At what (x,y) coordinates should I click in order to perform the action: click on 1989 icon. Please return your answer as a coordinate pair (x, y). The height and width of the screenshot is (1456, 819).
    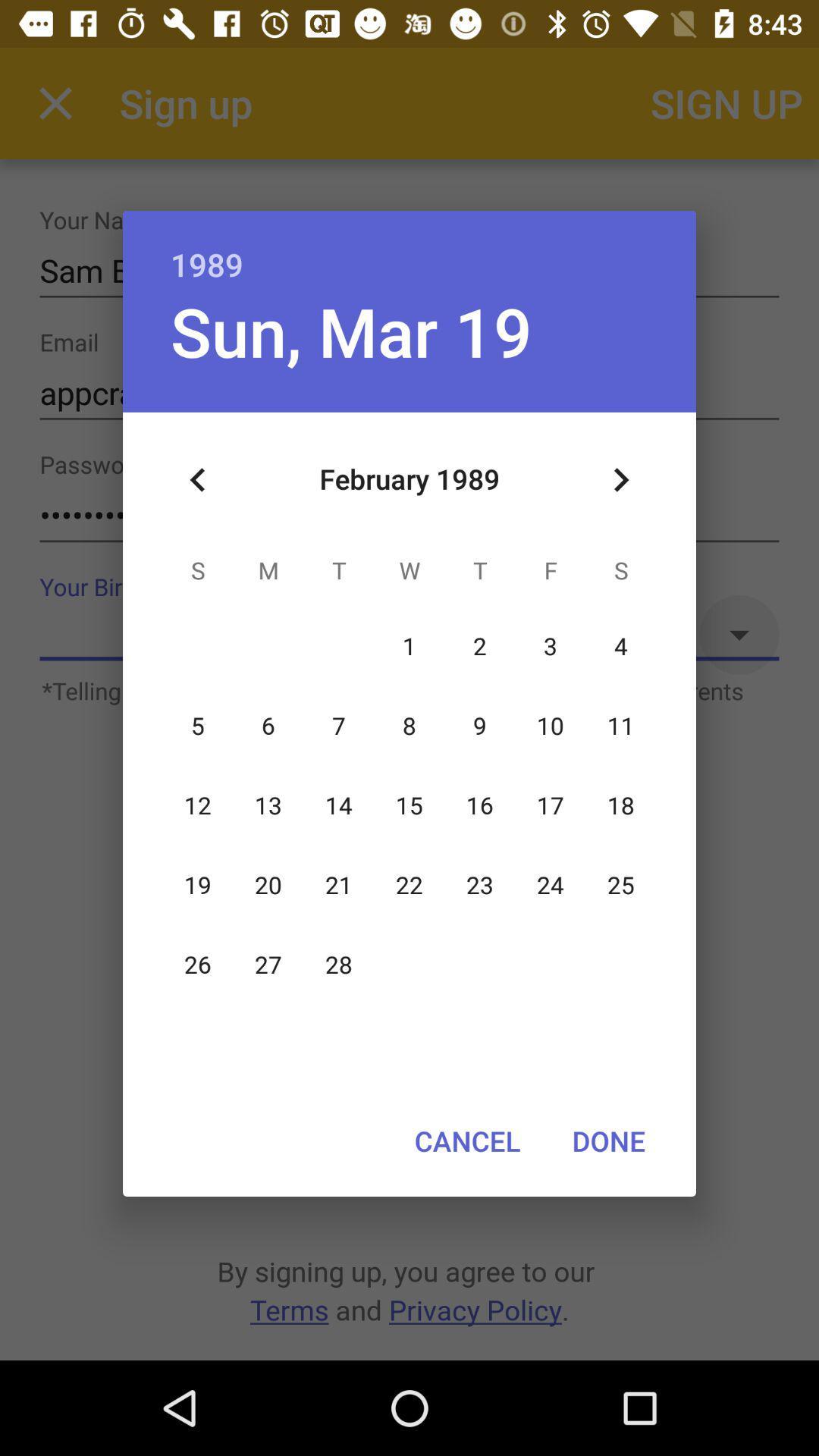
    Looking at the image, I should click on (409, 248).